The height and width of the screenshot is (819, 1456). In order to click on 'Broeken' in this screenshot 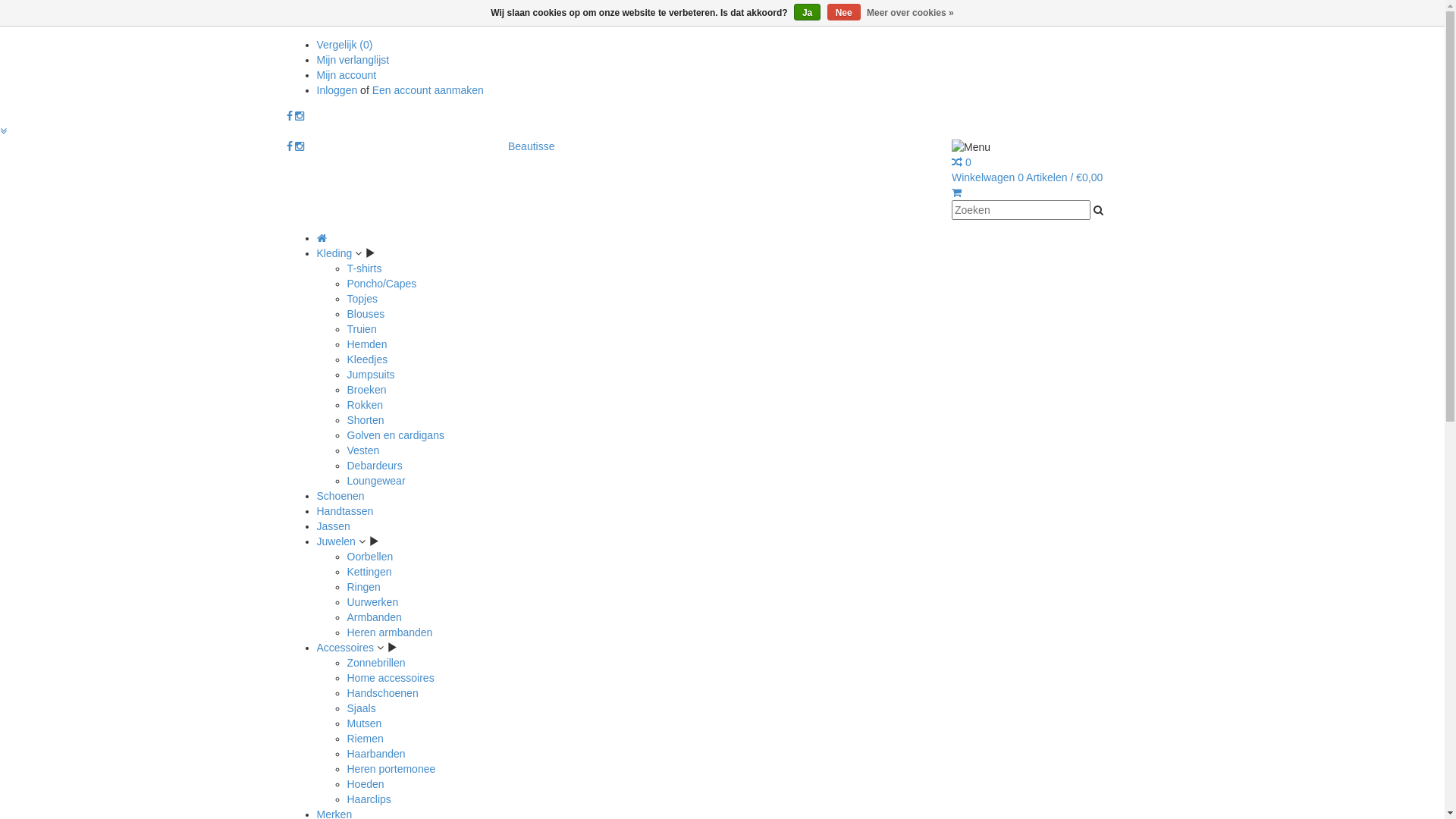, I will do `click(367, 388)`.